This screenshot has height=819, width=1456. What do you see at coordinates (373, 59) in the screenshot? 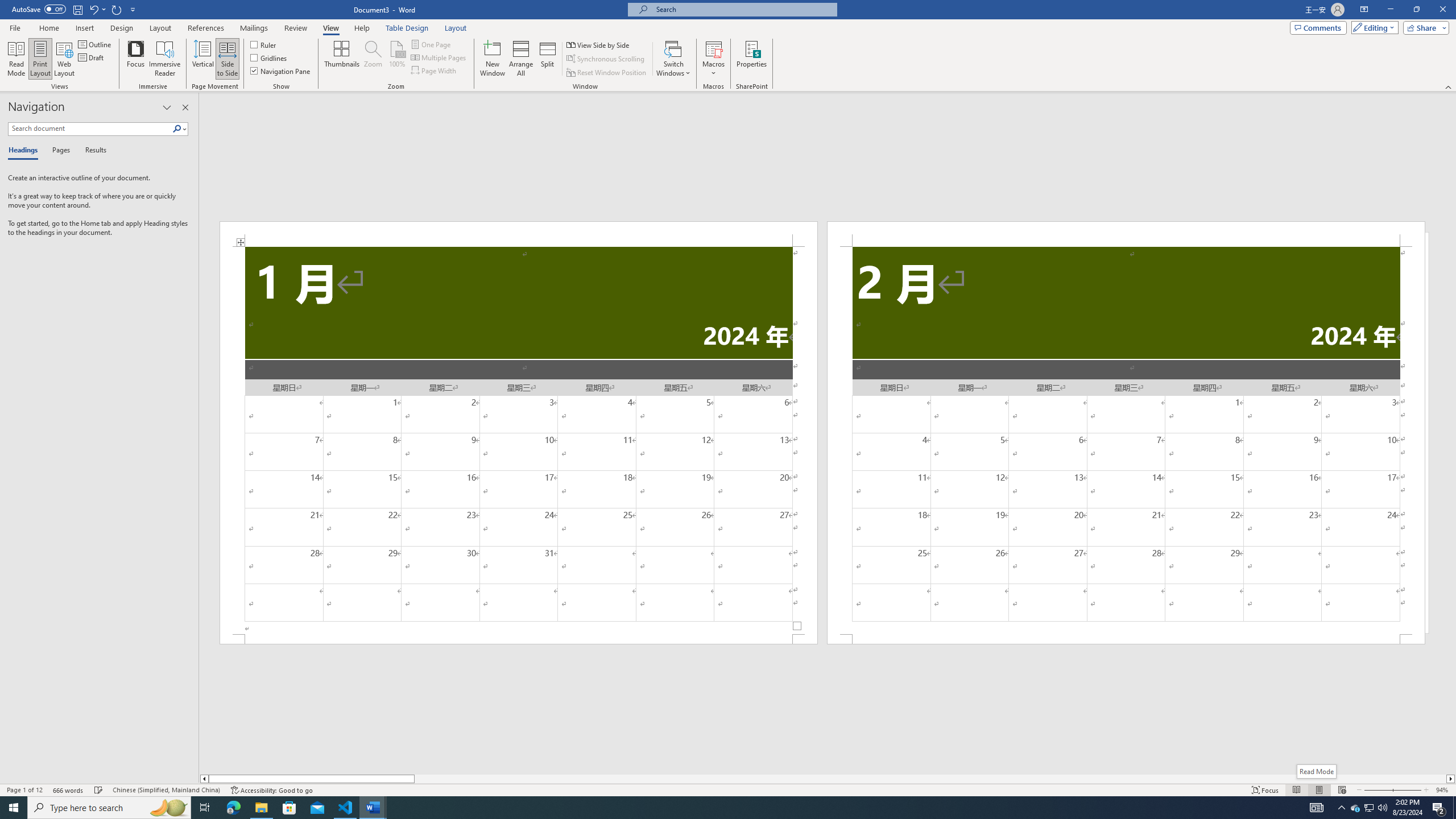
I see `'Zoom...'` at bounding box center [373, 59].